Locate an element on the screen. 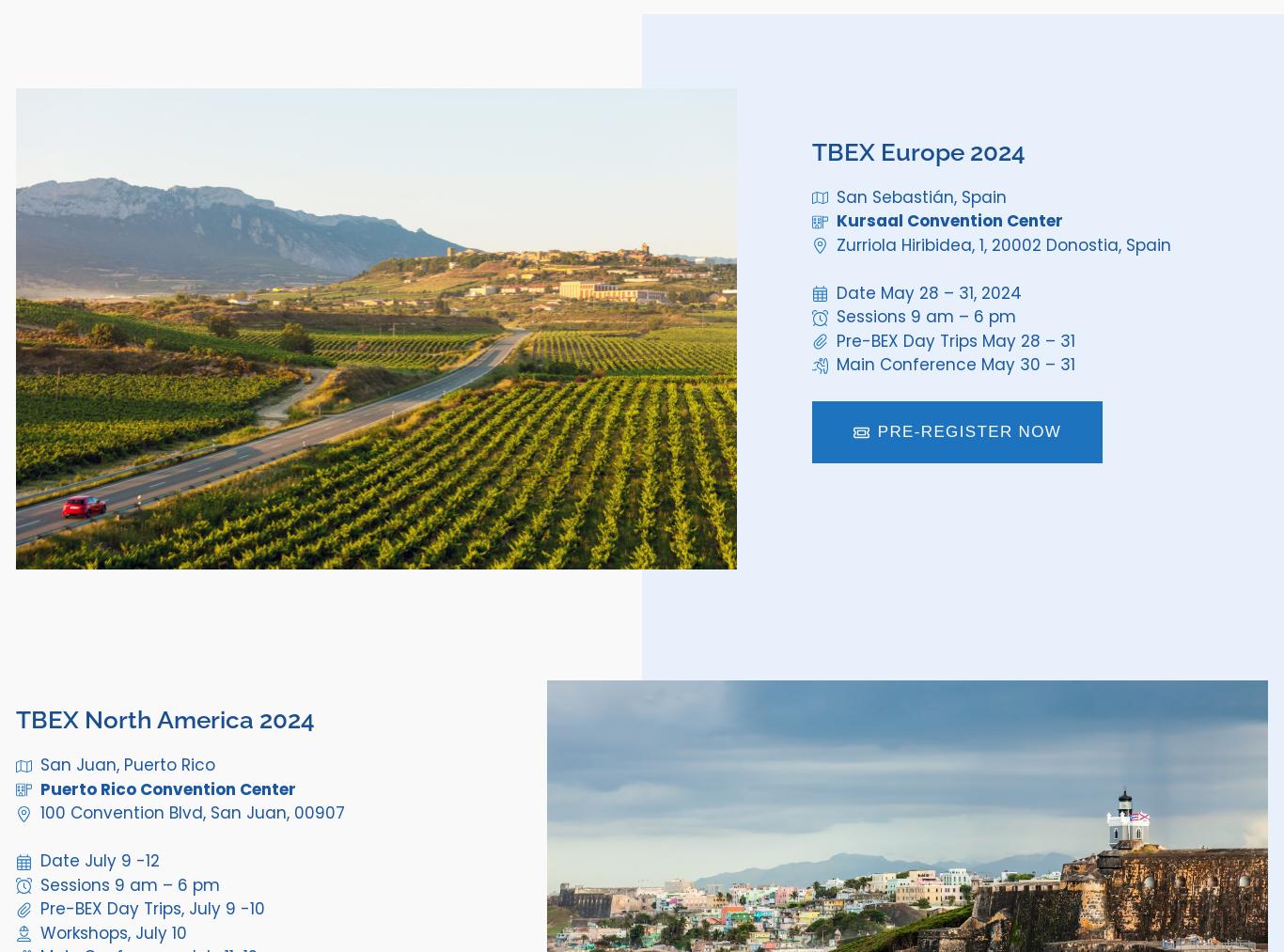 This screenshot has height=952, width=1284. 'Main Conference May 30 – 31' is located at coordinates (834, 364).